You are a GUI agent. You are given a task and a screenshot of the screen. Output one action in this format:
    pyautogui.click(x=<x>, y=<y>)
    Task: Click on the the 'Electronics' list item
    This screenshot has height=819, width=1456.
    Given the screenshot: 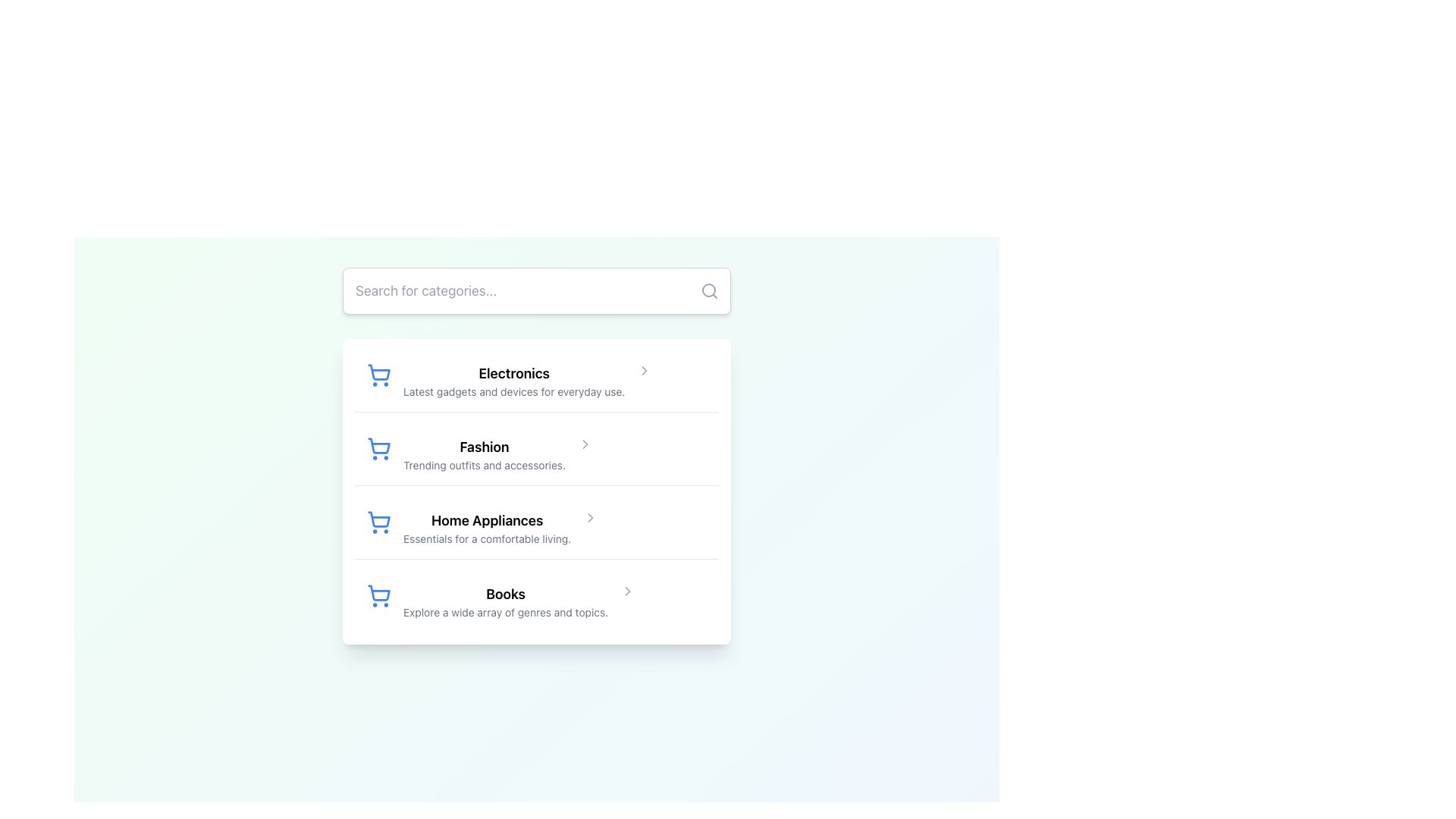 What is the action you would take?
    pyautogui.click(x=537, y=380)
    